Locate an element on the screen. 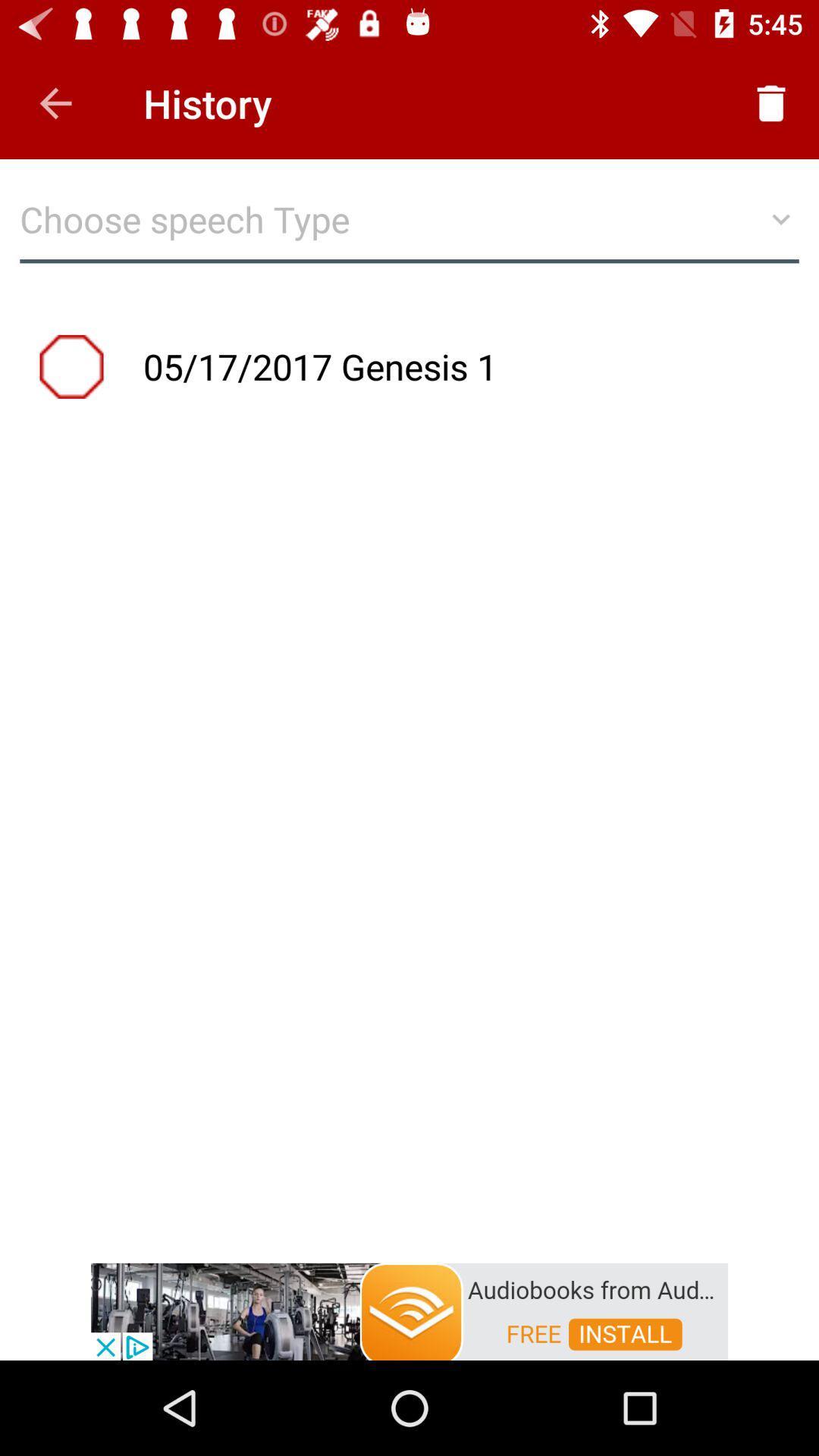 Image resolution: width=819 pixels, height=1456 pixels. choose speech type is located at coordinates (409, 226).